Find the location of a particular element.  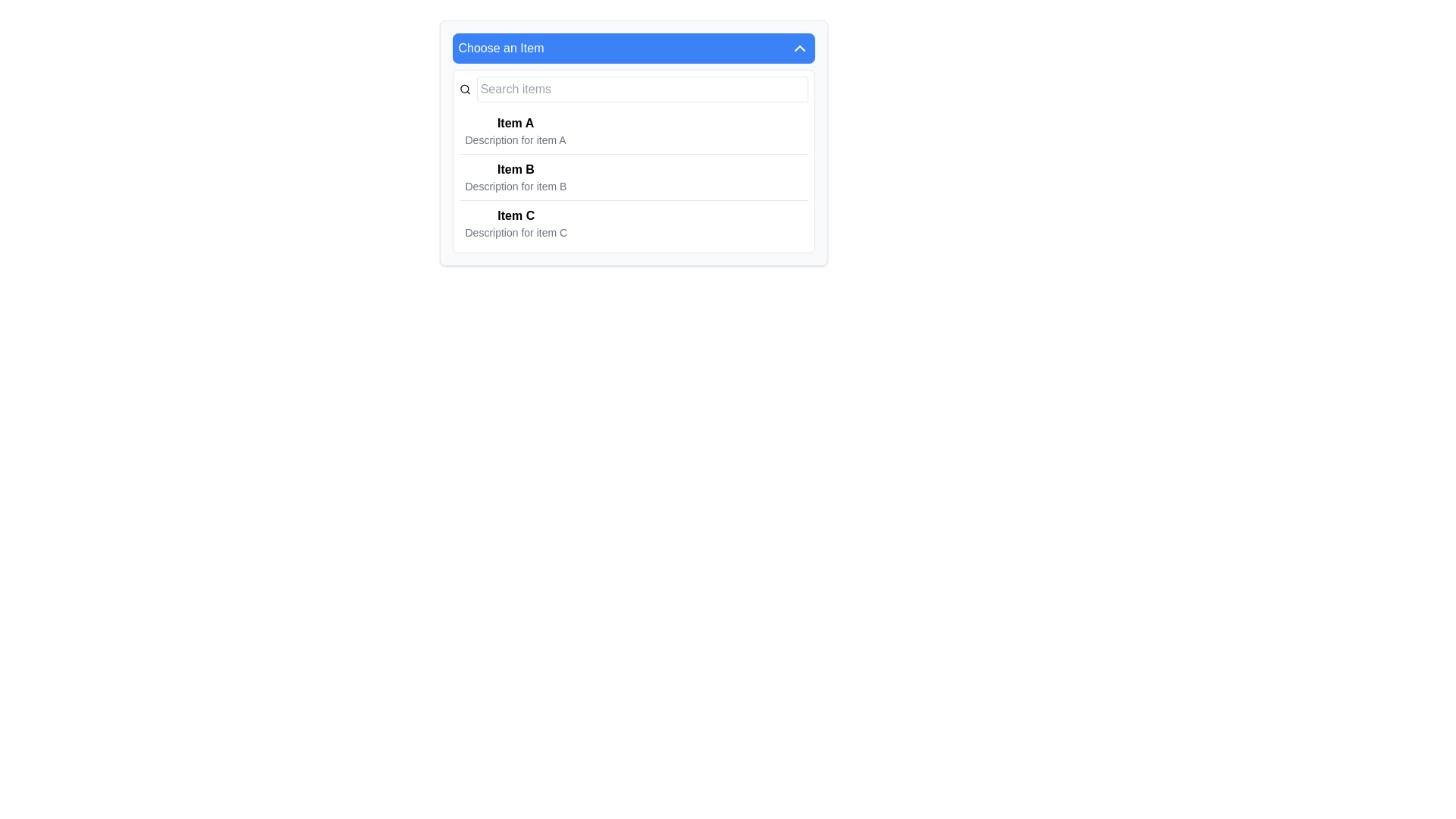

the upward-facing chevron icon located at the top-right corner of the 'Choose an Item' dropdown header, which is set against a blue background and positioned to the right of the text 'Choose an Item' is located at coordinates (799, 48).